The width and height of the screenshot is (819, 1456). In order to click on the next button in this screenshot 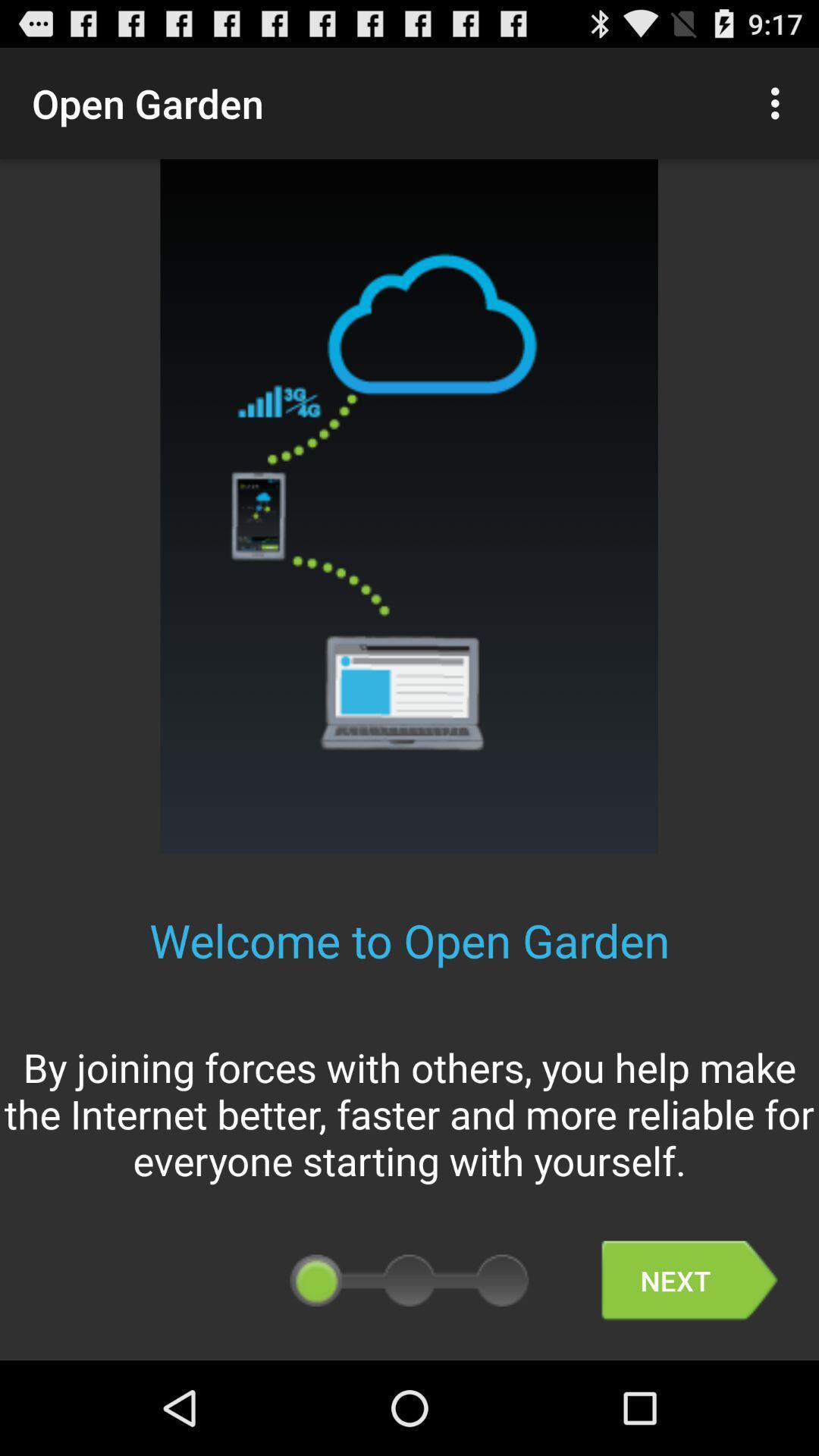, I will do `click(689, 1280)`.